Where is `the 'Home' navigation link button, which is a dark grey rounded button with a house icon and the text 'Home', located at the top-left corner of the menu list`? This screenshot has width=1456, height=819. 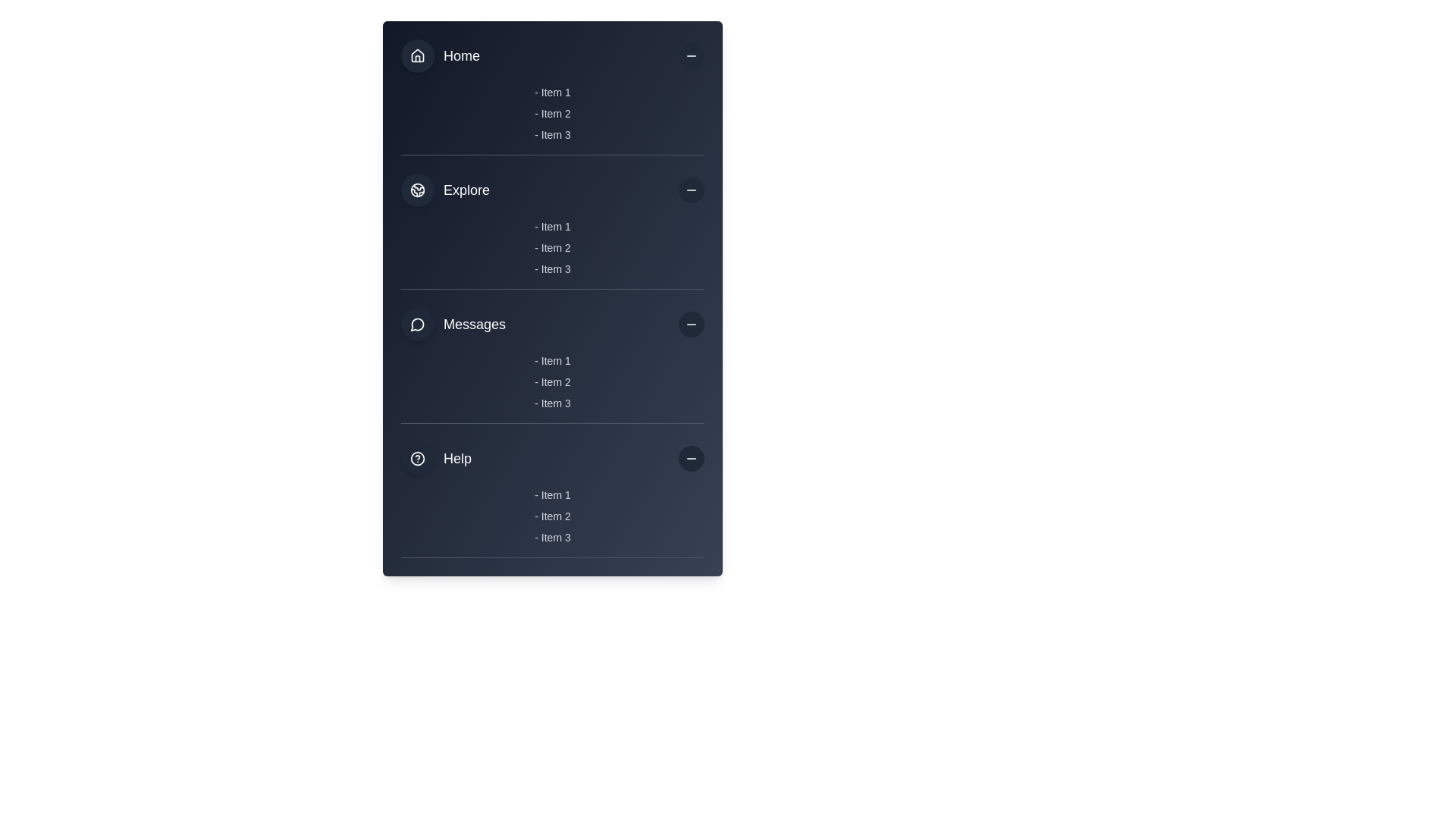 the 'Home' navigation link button, which is a dark grey rounded button with a house icon and the text 'Home', located at the top-left corner of the menu list is located at coordinates (439, 55).